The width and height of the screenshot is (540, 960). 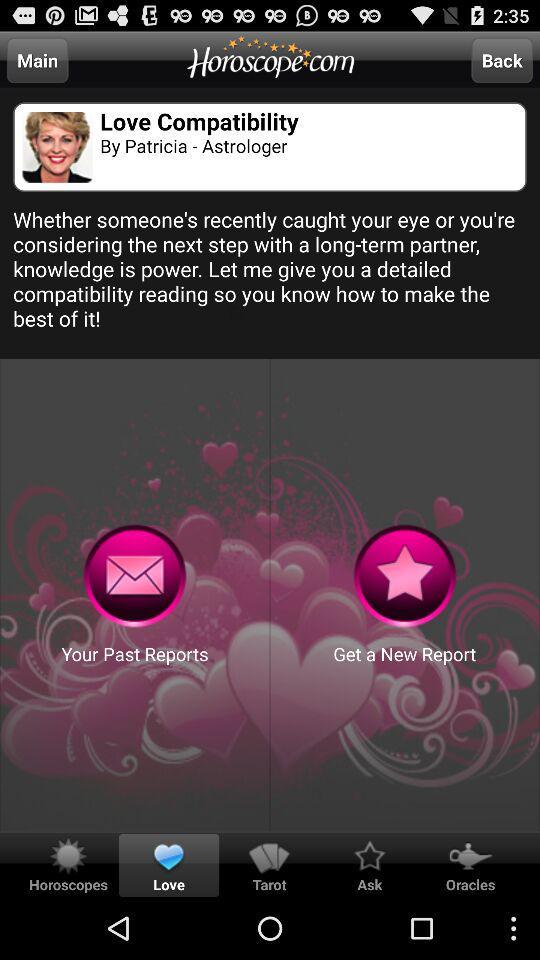 What do you see at coordinates (405, 576) in the screenshot?
I see `get a new report` at bounding box center [405, 576].